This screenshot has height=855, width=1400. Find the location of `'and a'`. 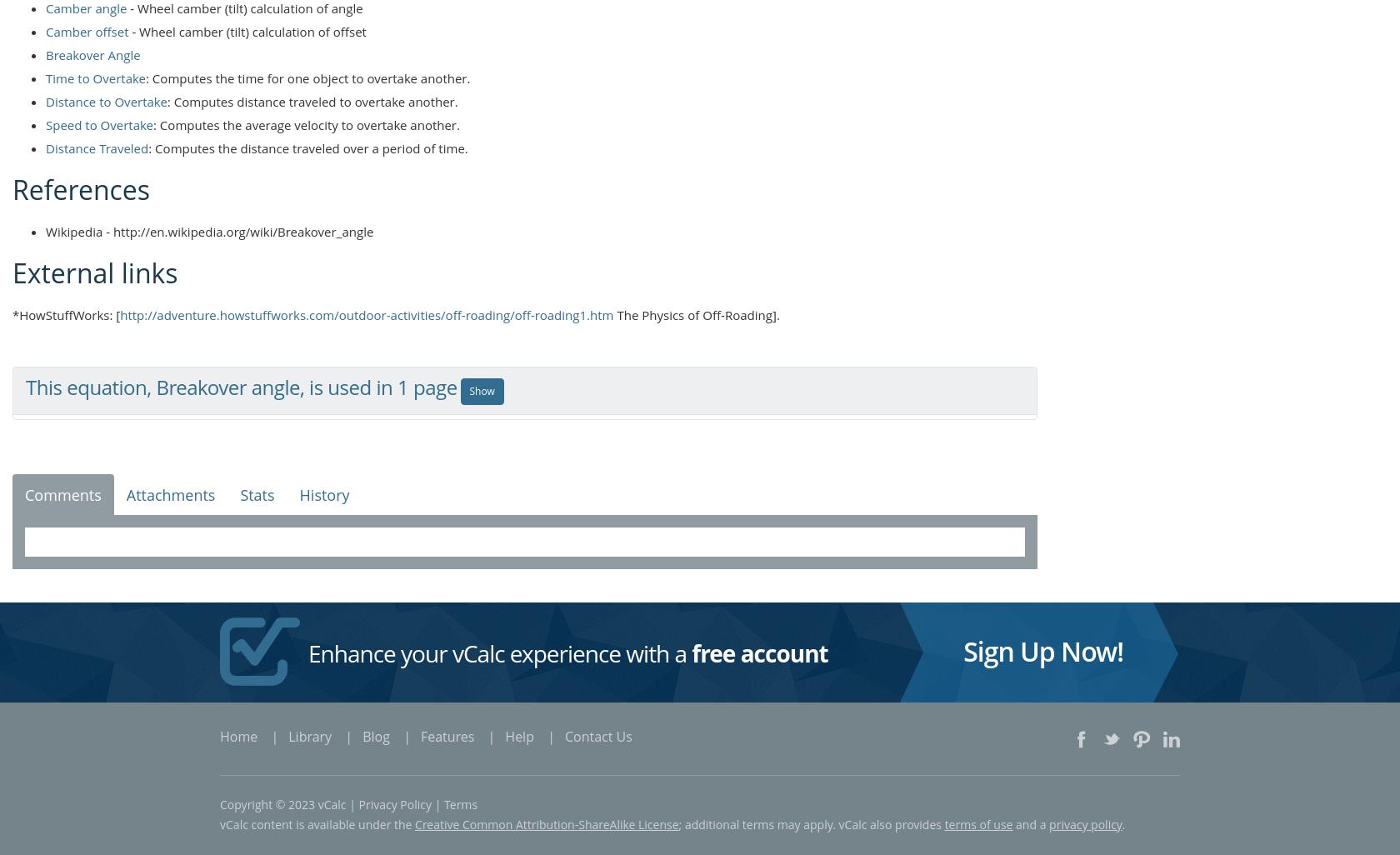

'and a' is located at coordinates (1030, 822).